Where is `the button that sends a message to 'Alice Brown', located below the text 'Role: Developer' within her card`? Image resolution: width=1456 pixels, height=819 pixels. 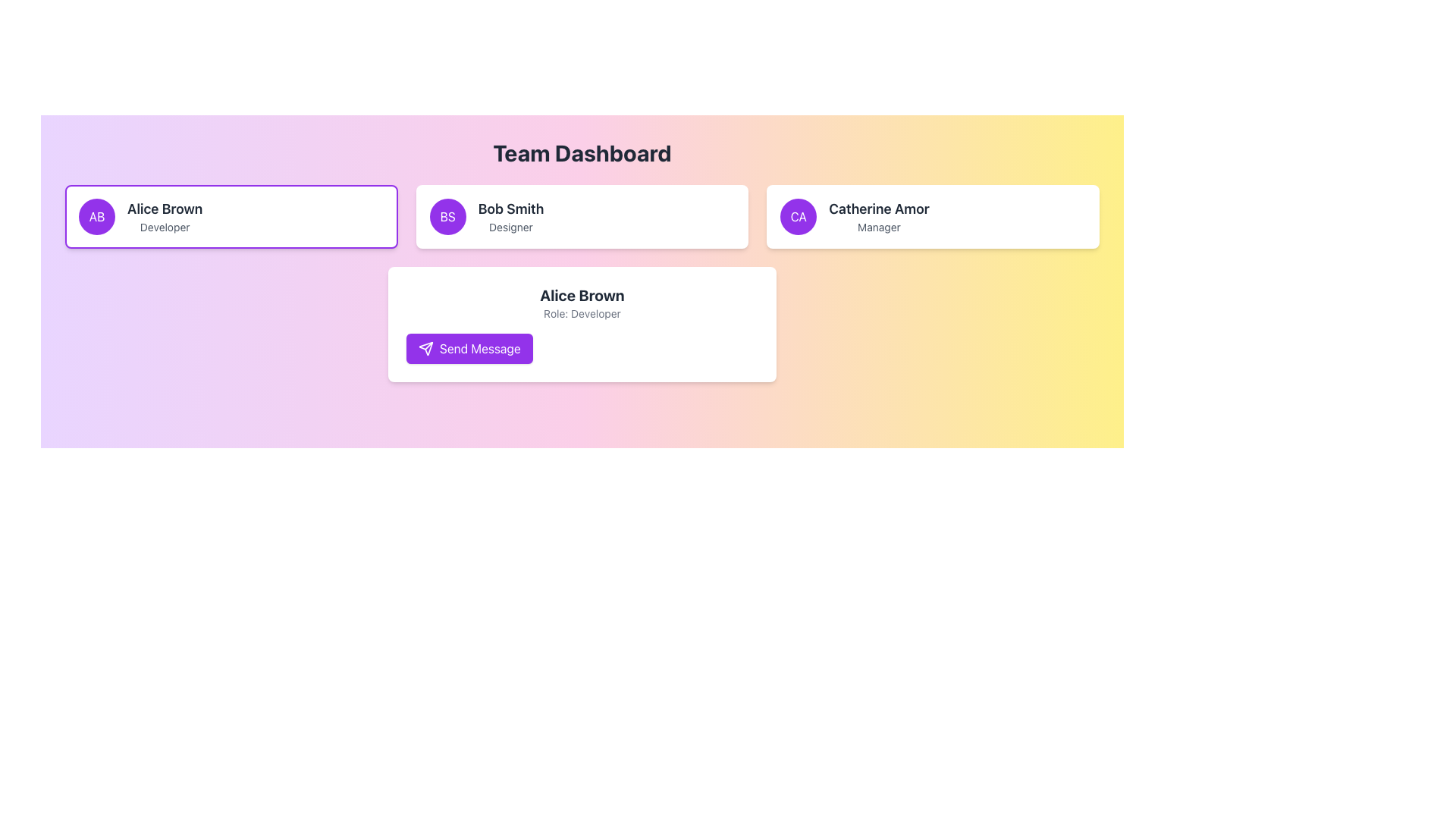
the button that sends a message to 'Alice Brown', located below the text 'Role: Developer' within her card is located at coordinates (469, 348).